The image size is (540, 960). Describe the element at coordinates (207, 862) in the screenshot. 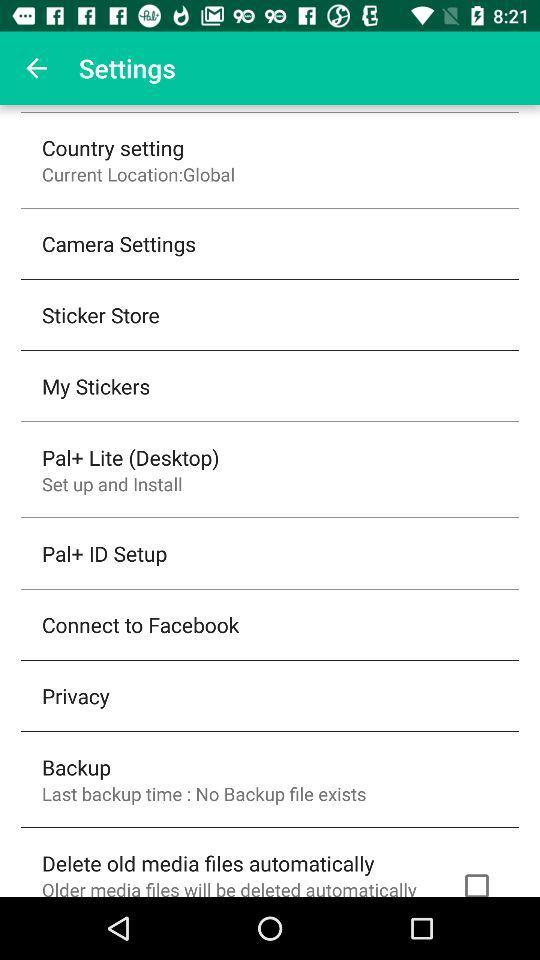

I see `icon above the older media files` at that location.